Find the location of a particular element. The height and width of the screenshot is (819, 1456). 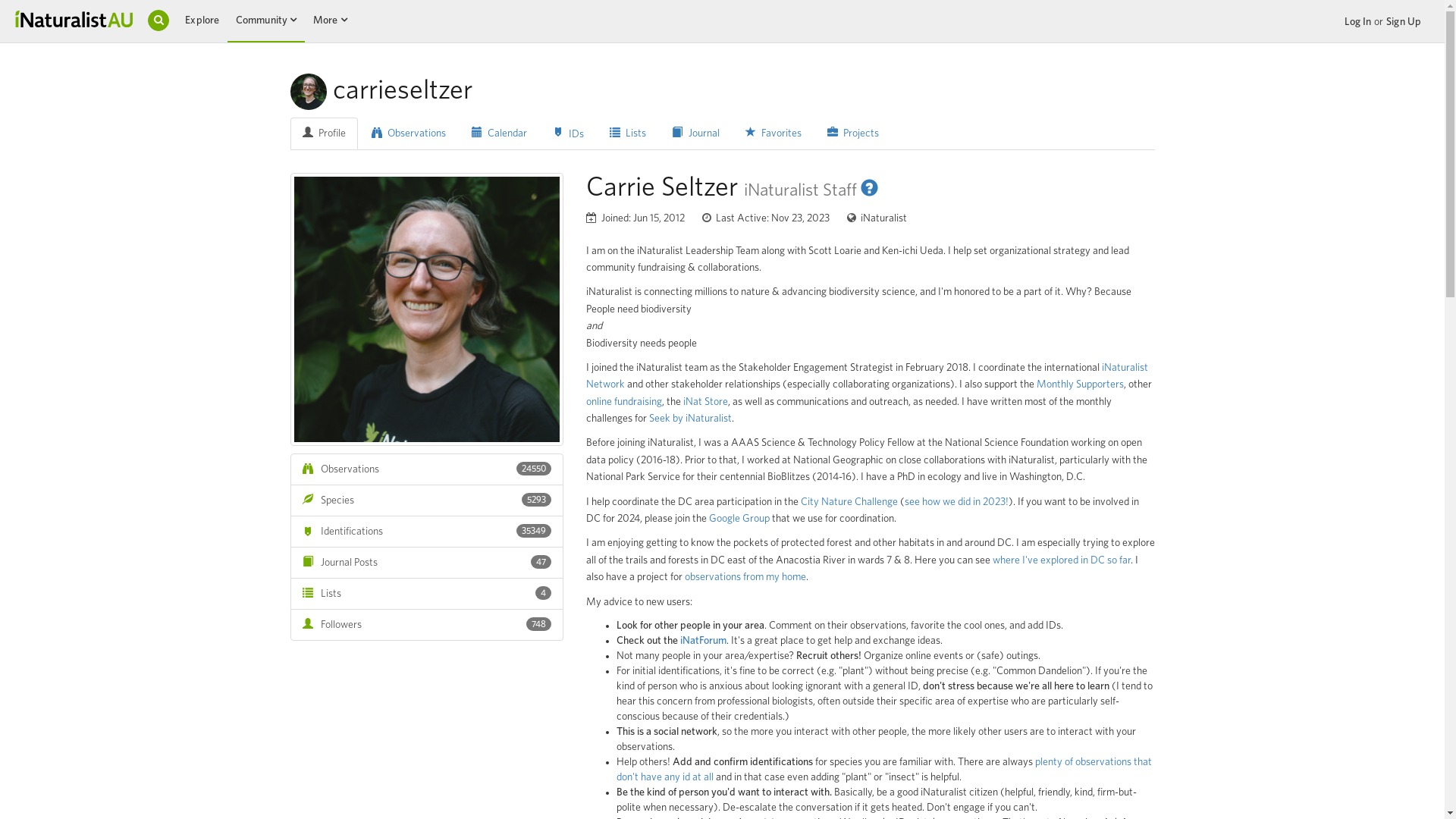

'Monthly Supporters' is located at coordinates (1035, 383).